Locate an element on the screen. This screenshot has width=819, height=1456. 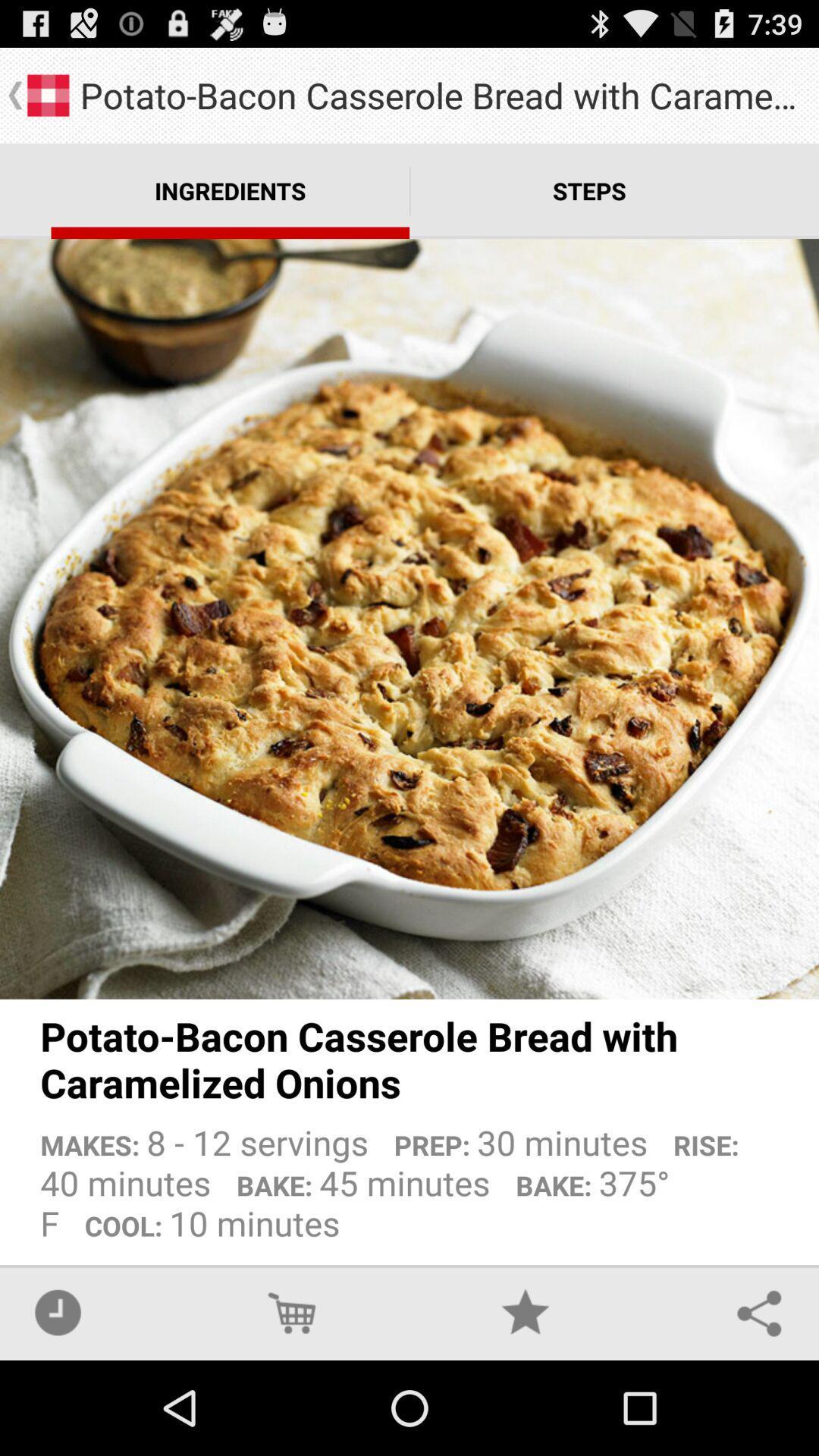
the app below makes 8 12 icon is located at coordinates (759, 1312).